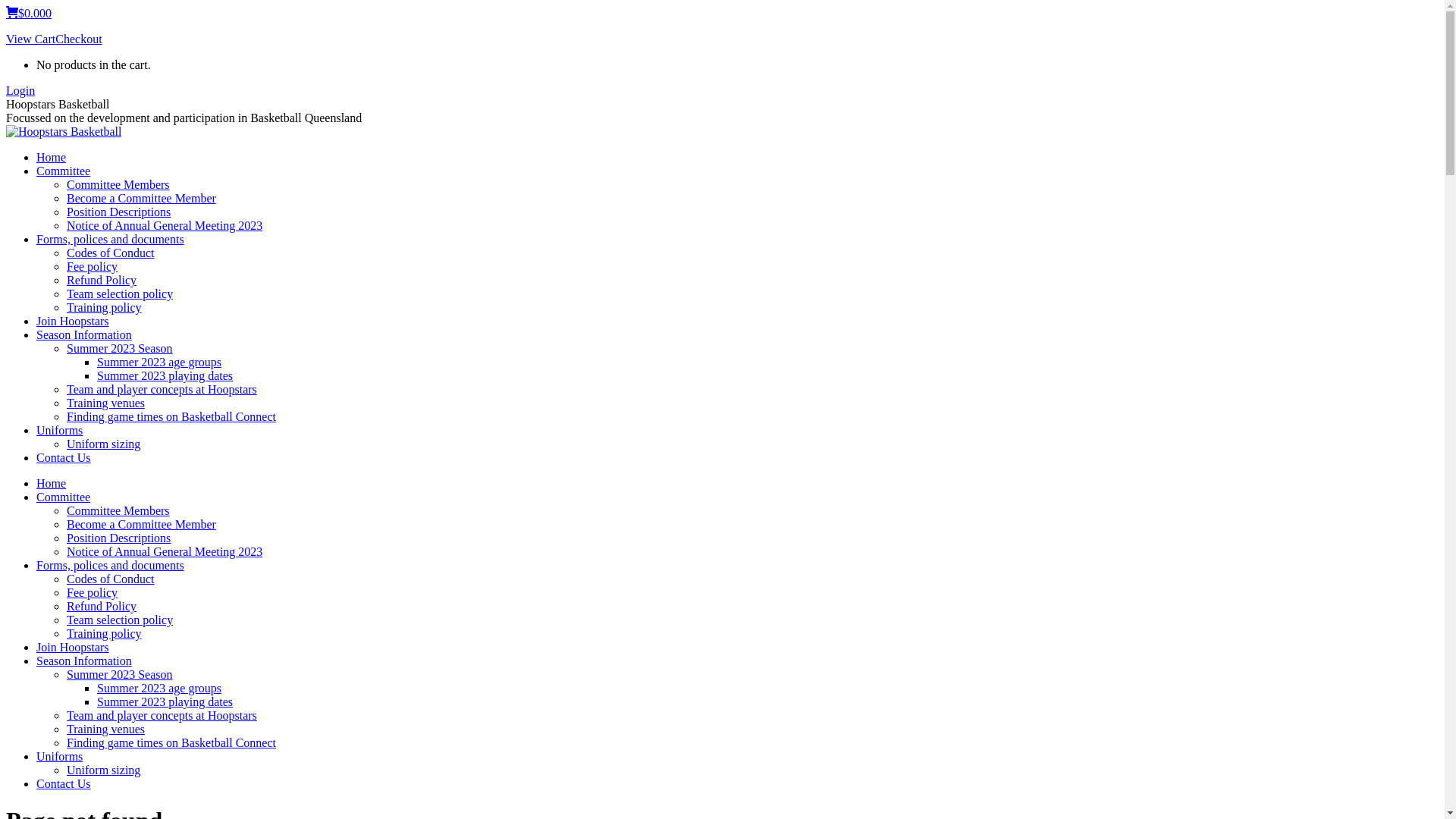 This screenshot has width=1456, height=819. I want to click on 'Team and player concepts at Hoopstars', so click(162, 388).